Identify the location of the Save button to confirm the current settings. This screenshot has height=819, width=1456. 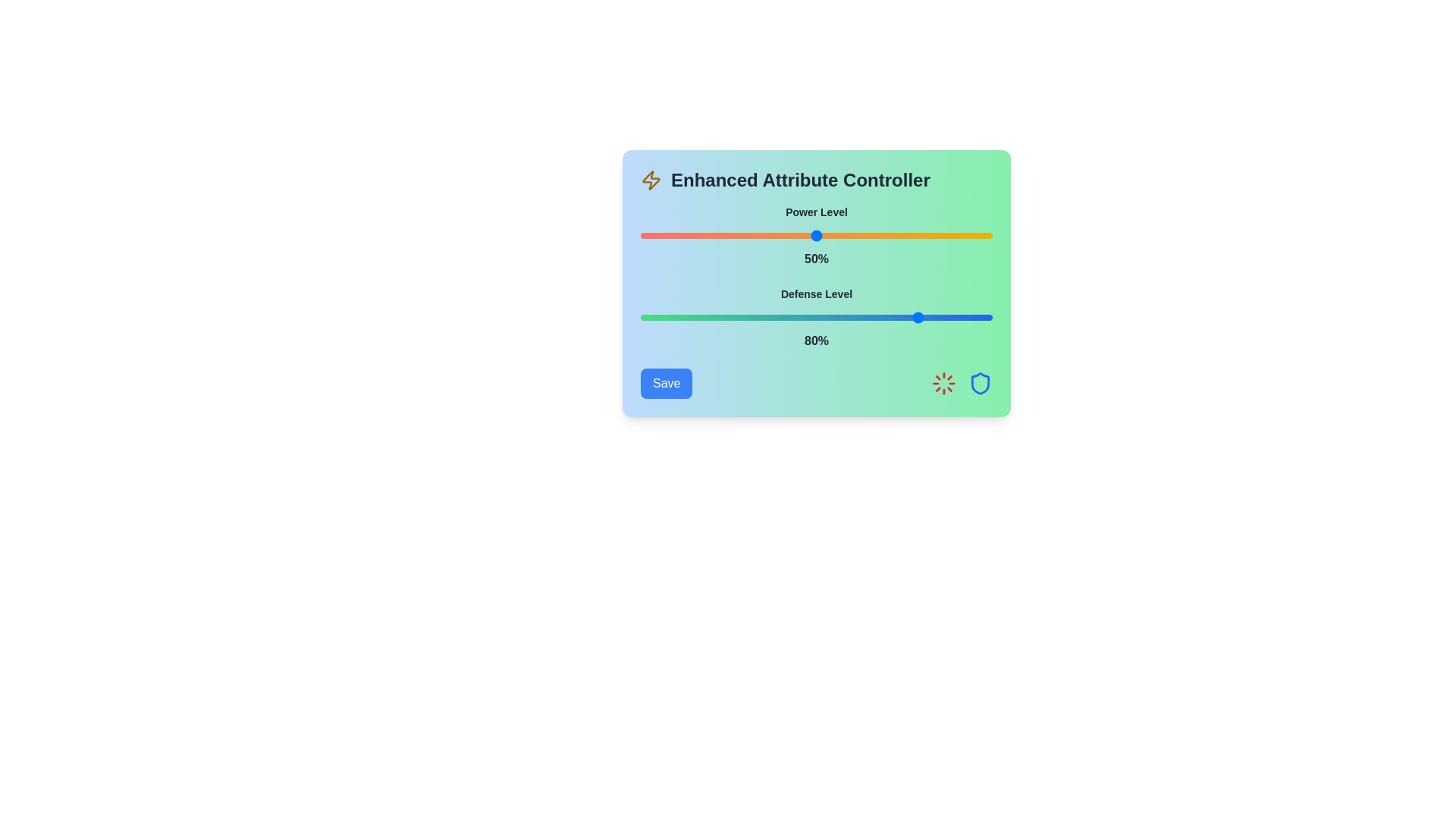
(666, 382).